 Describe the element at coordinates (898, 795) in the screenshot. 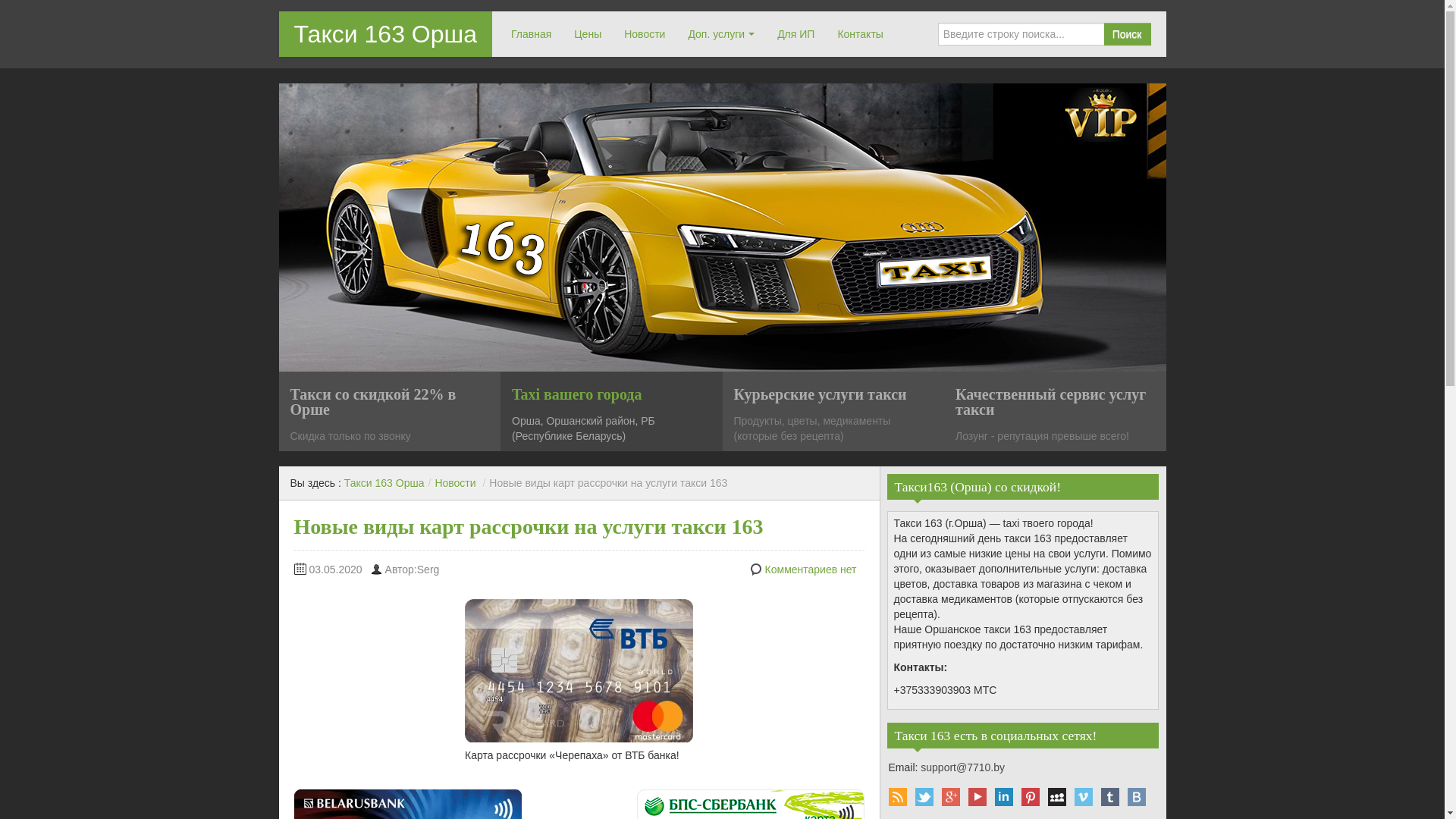

I see `'RSS'` at that location.